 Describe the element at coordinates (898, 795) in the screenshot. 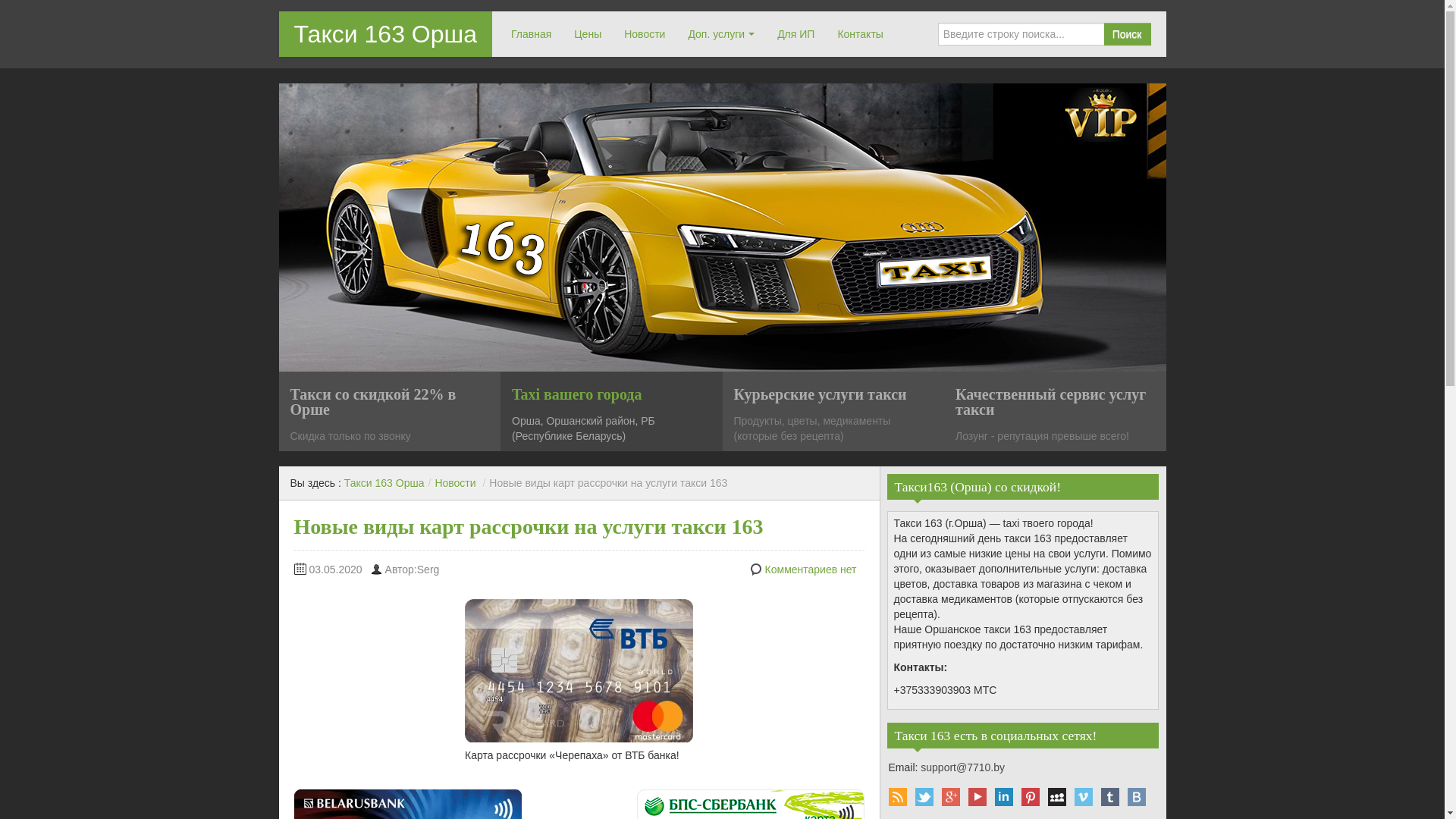

I see `'RSS'` at that location.